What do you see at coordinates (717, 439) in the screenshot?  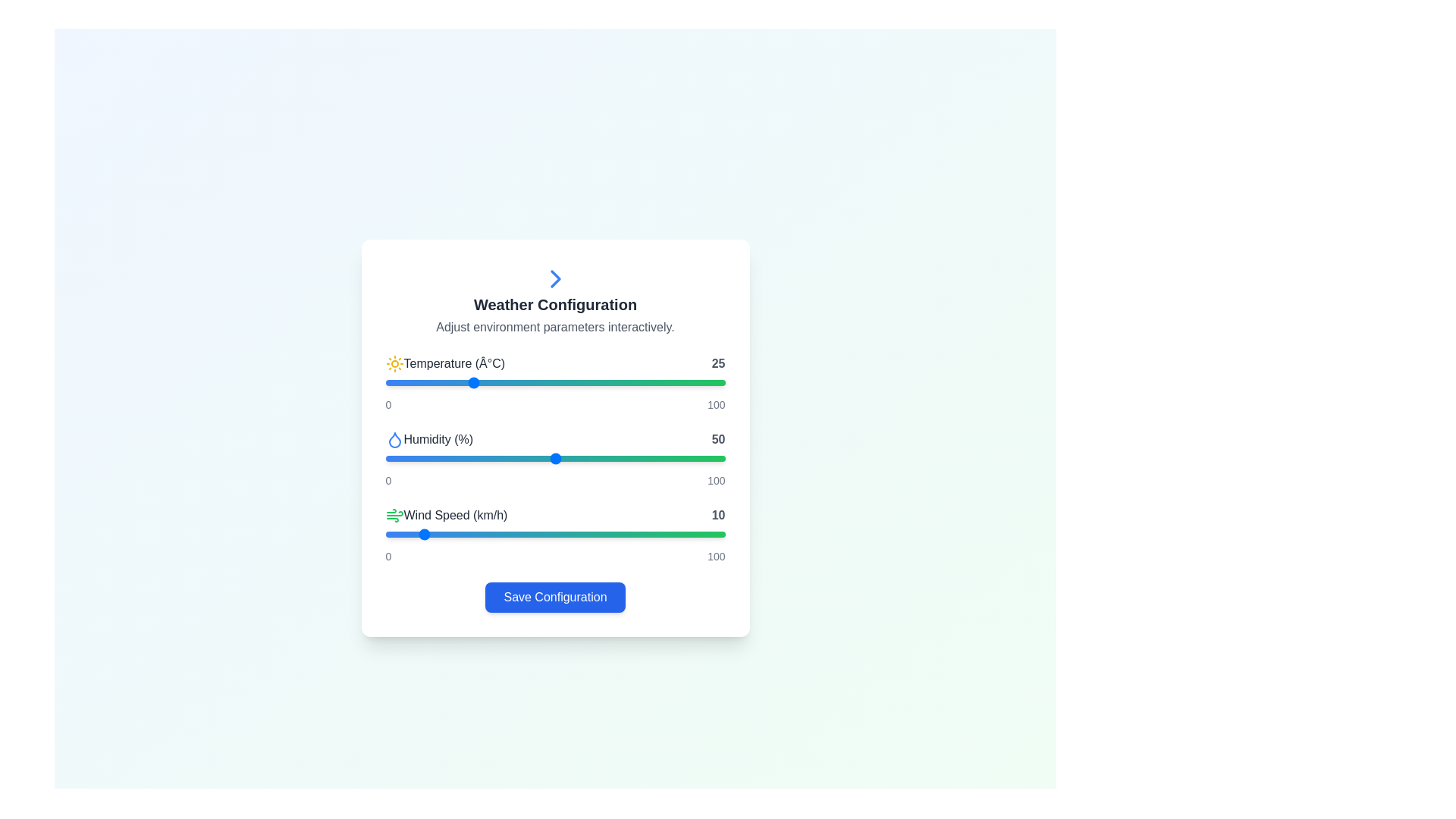 I see `the Text label displaying the current humidity percentage, which shows the value '50' and is located in the 'Humidity (%)' section of the weather configuration interface` at bounding box center [717, 439].